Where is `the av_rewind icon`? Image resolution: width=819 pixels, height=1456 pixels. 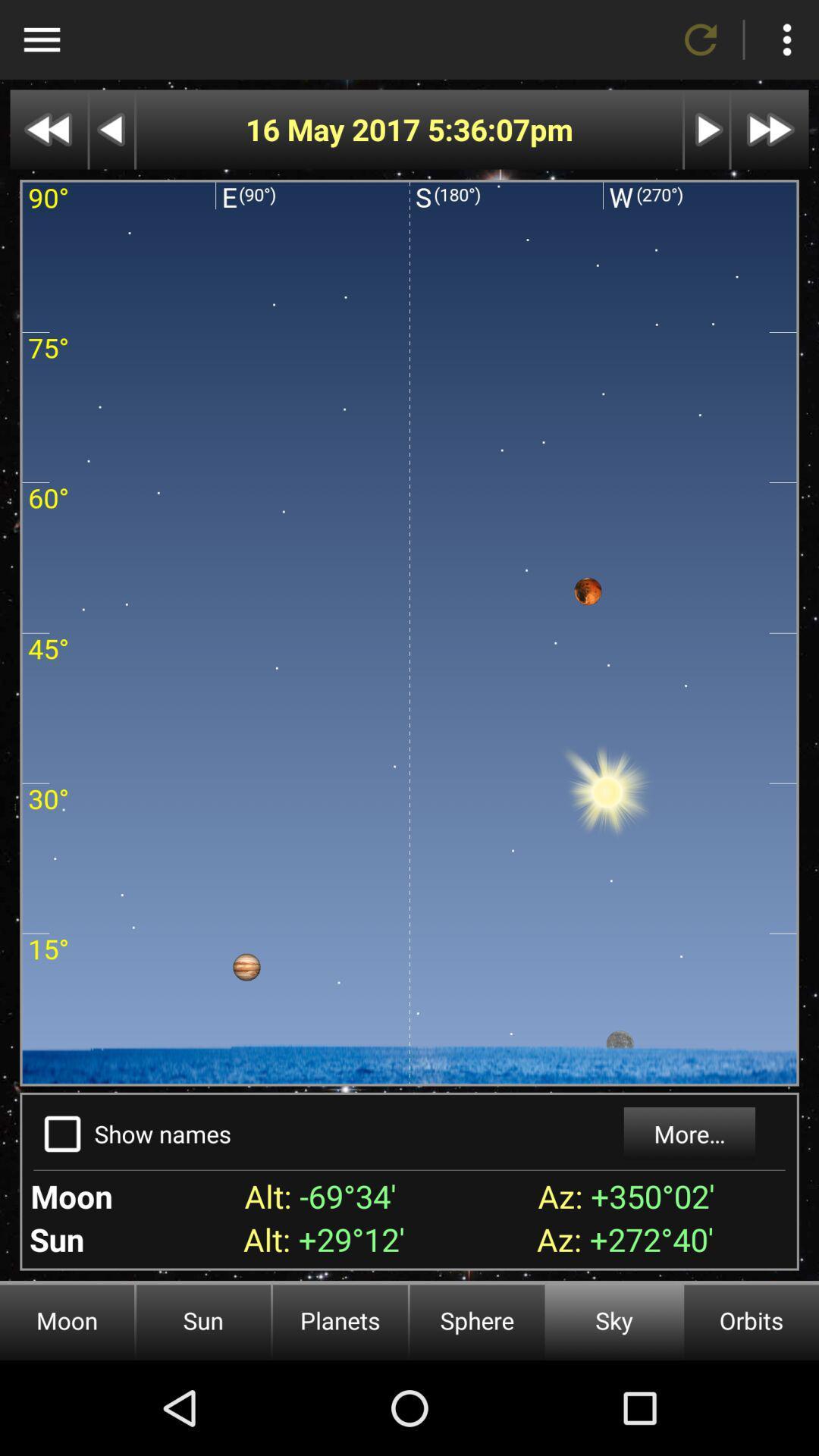
the av_rewind icon is located at coordinates (48, 130).